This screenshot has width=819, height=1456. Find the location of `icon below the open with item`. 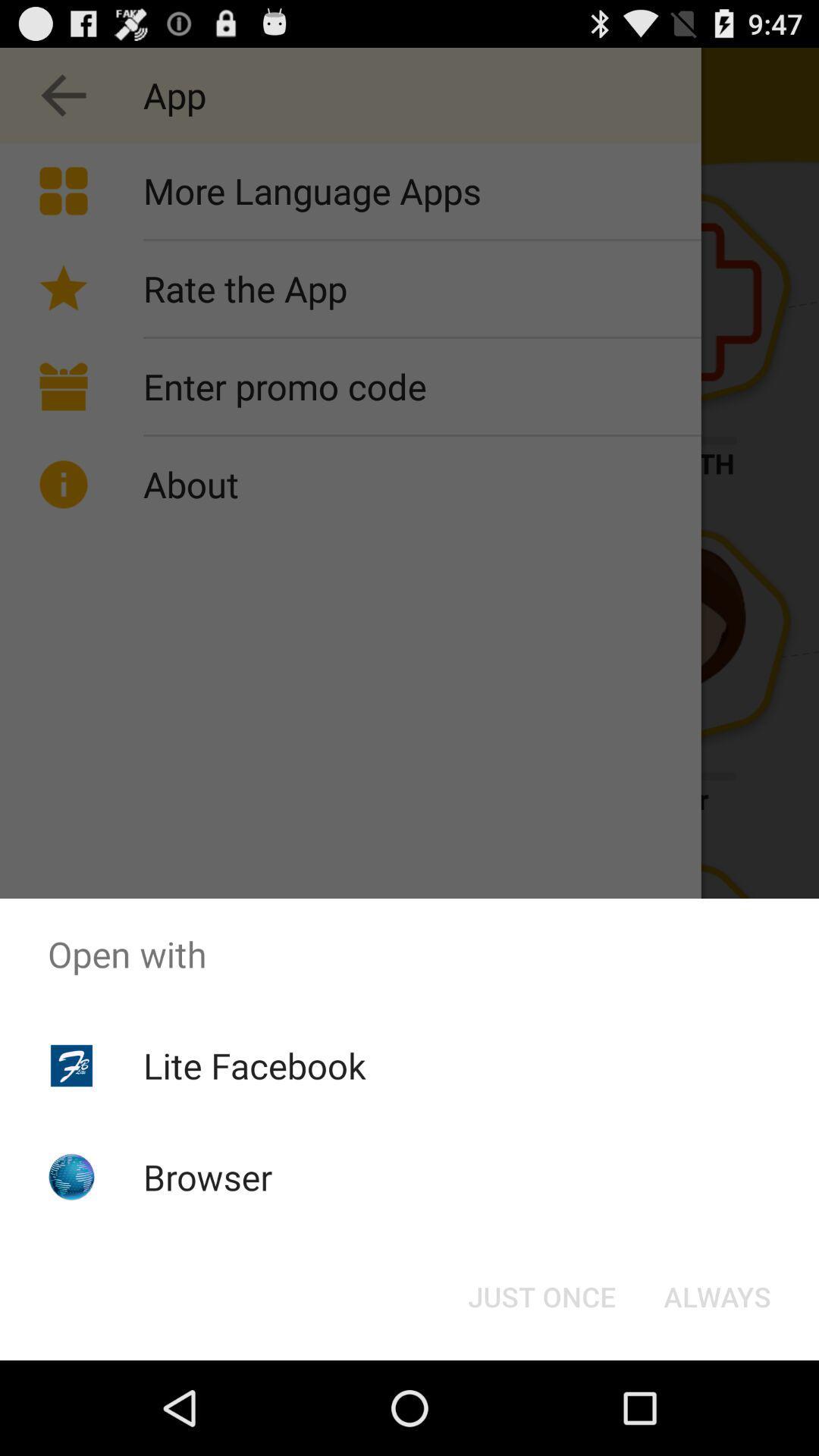

icon below the open with item is located at coordinates (253, 1065).